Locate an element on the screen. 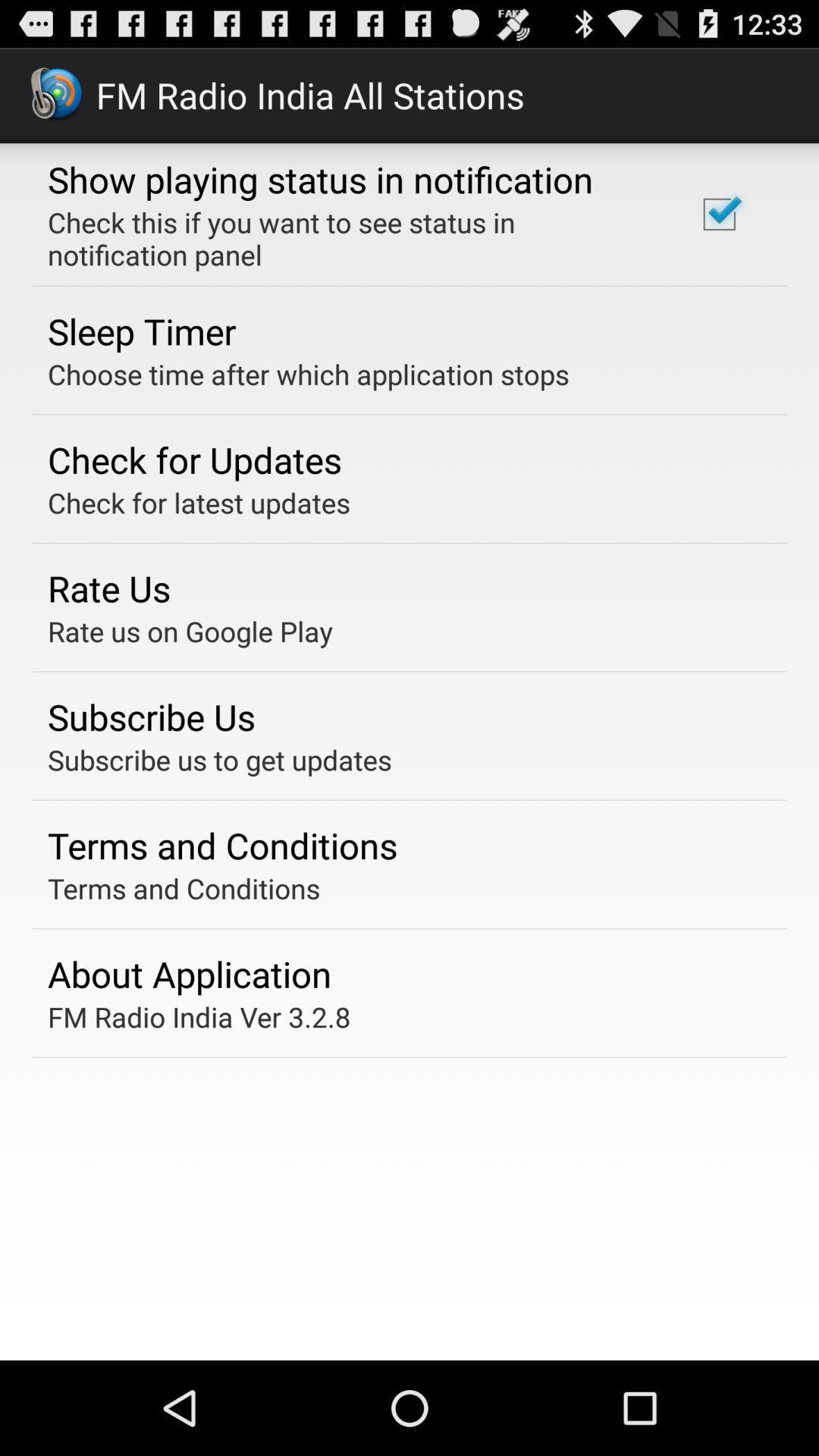  item next to the check this if item is located at coordinates (718, 213).